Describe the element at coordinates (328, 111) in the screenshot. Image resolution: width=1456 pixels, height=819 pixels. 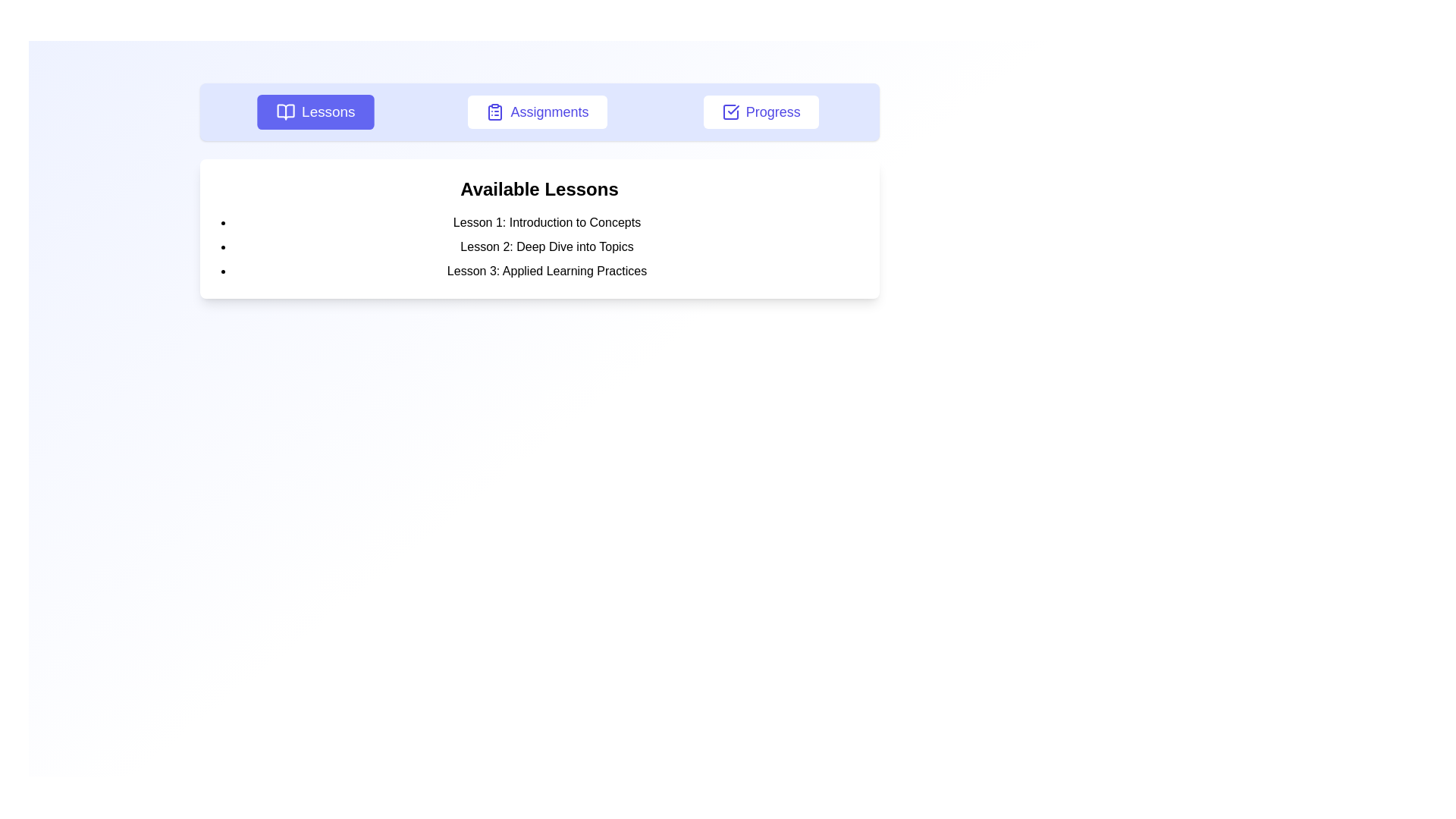
I see `the 'Lessons' text label inside the button located in the top bar, which is positioned to the left of 'Assignments' and to the right of an open book icon` at that location.